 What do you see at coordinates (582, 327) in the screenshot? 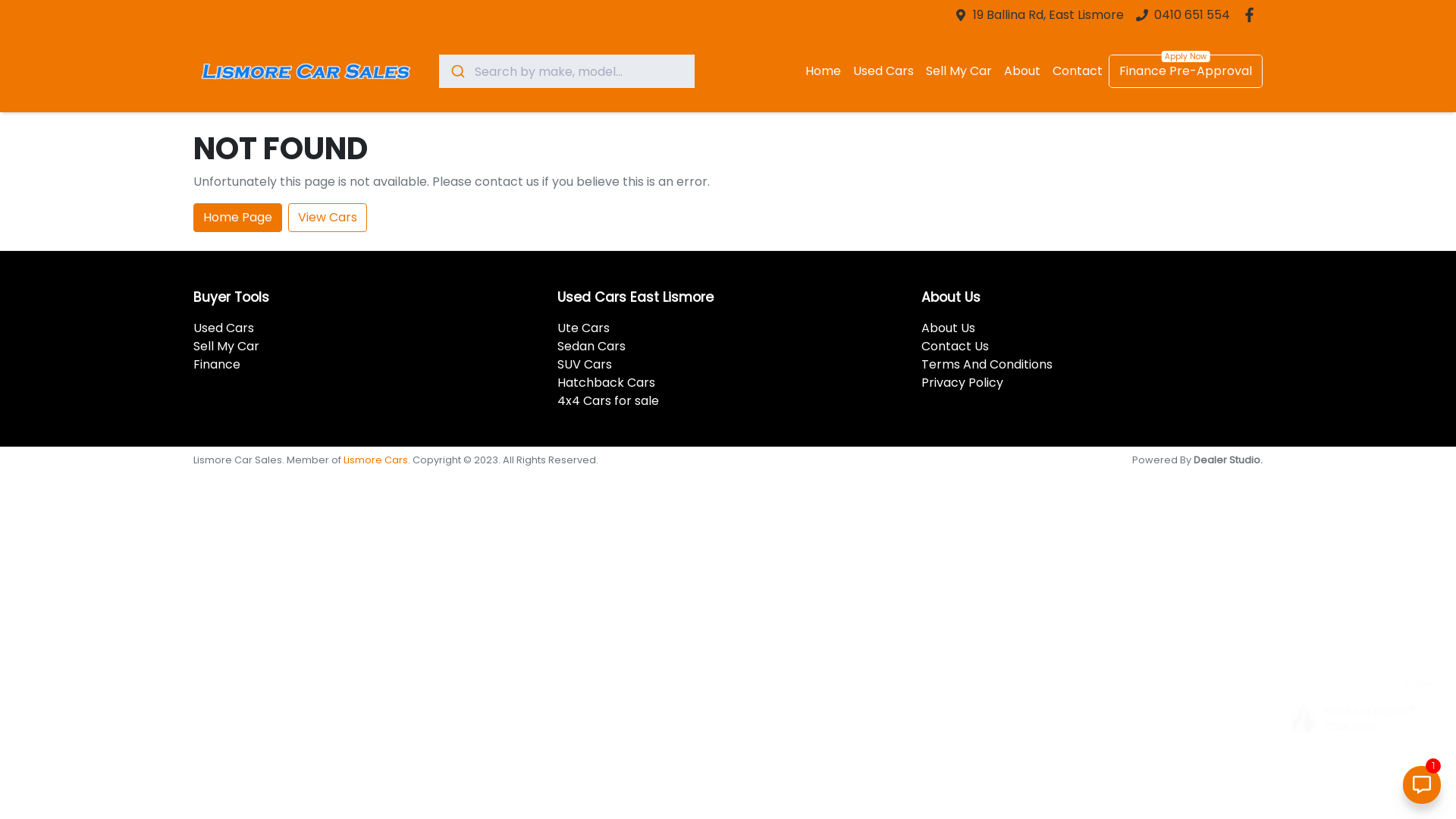
I see `'Ute Cars'` at bounding box center [582, 327].